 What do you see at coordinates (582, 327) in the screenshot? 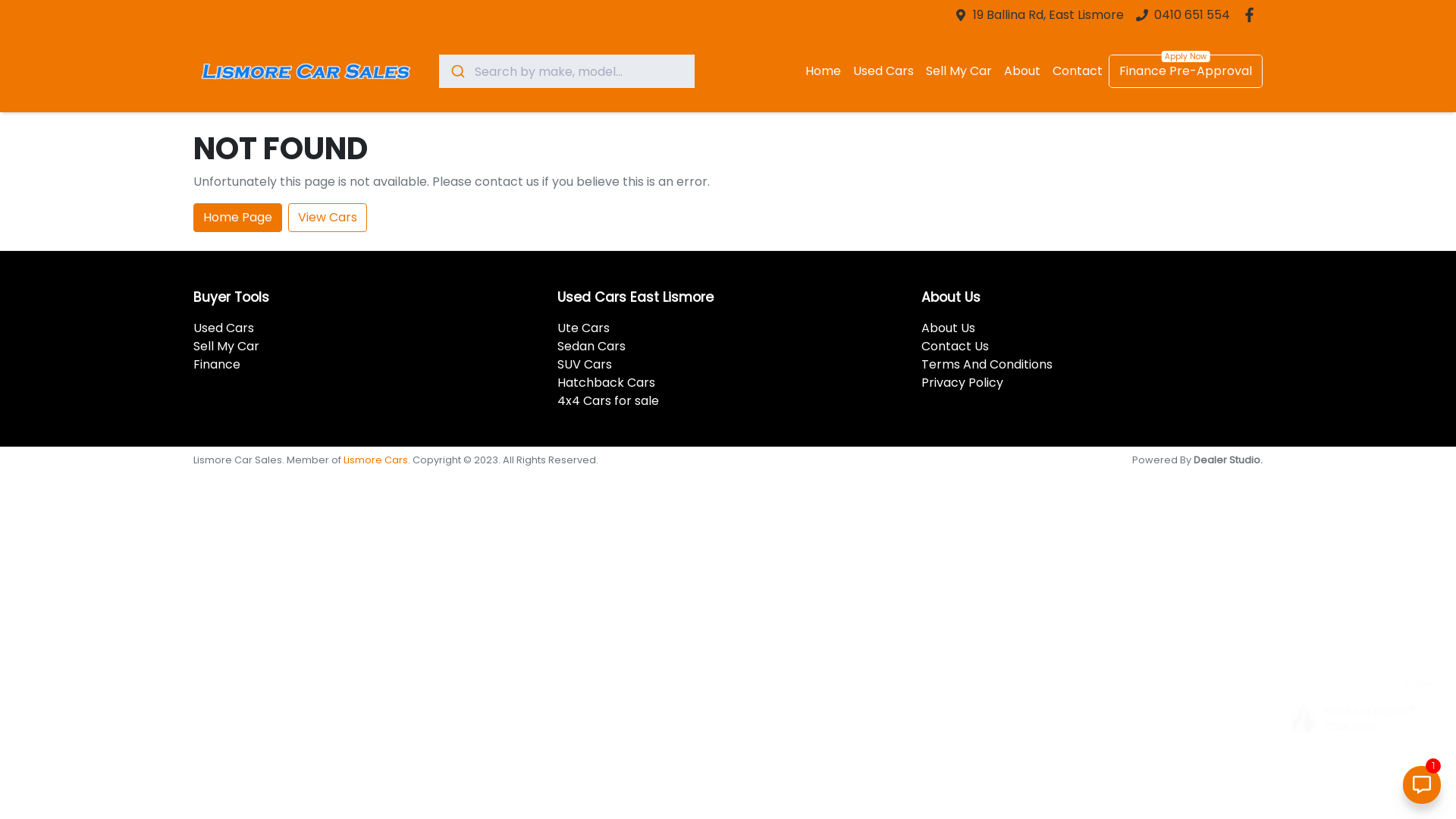
I see `'Ute Cars'` at bounding box center [582, 327].